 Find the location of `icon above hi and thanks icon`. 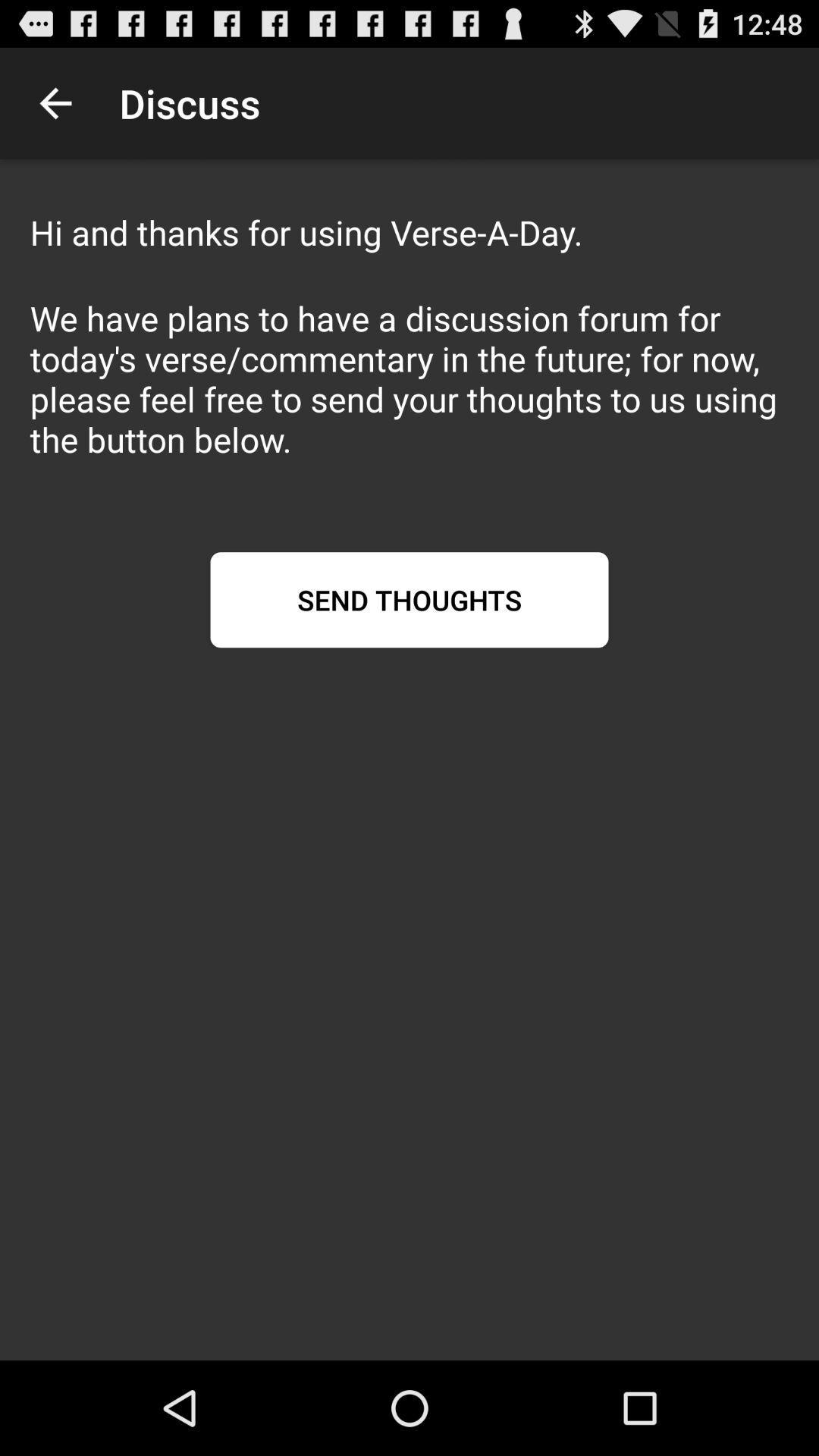

icon above hi and thanks icon is located at coordinates (55, 102).